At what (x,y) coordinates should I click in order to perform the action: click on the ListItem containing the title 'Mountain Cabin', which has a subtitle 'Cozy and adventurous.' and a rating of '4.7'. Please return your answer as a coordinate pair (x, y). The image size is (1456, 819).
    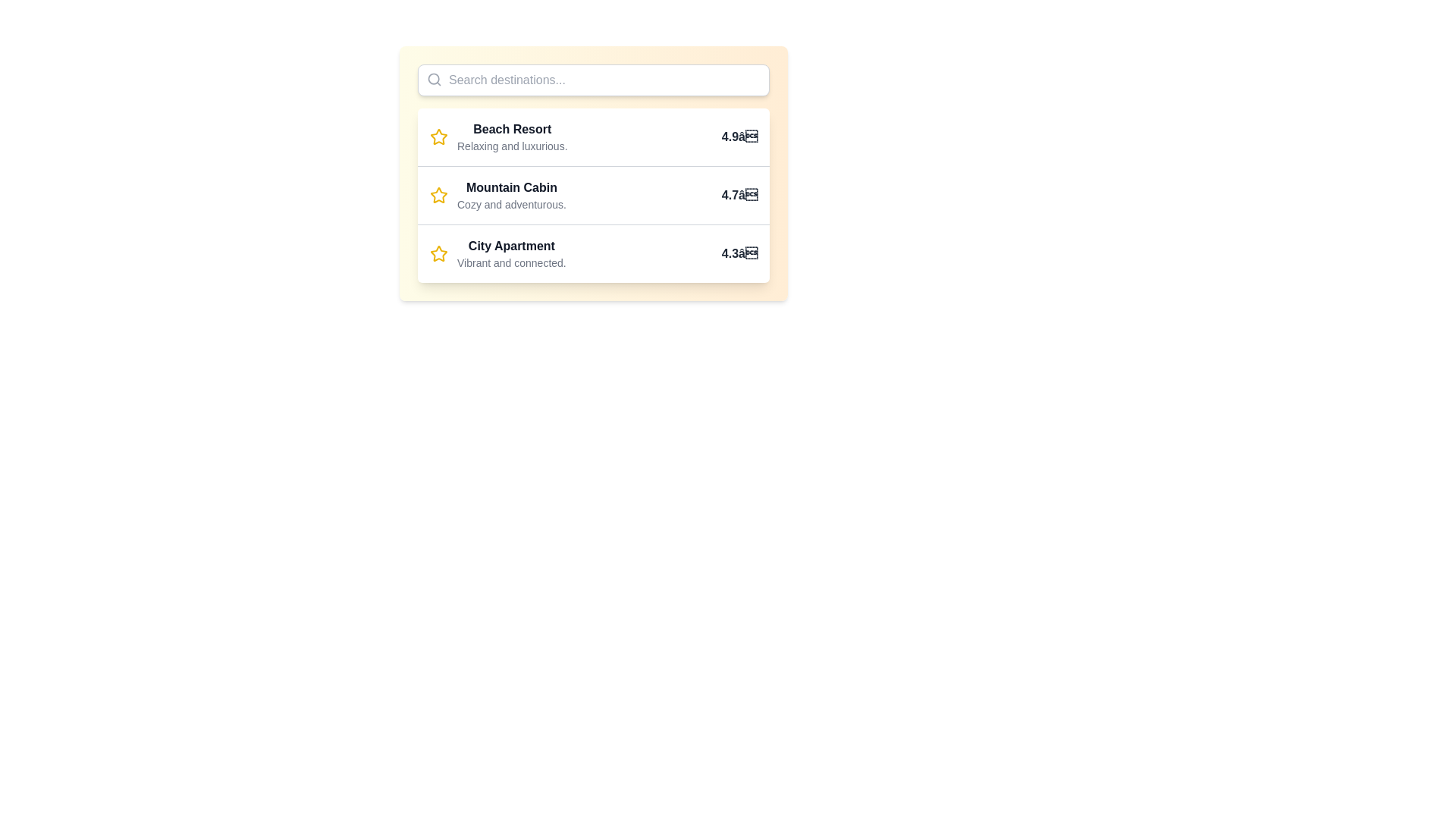
    Looking at the image, I should click on (592, 194).